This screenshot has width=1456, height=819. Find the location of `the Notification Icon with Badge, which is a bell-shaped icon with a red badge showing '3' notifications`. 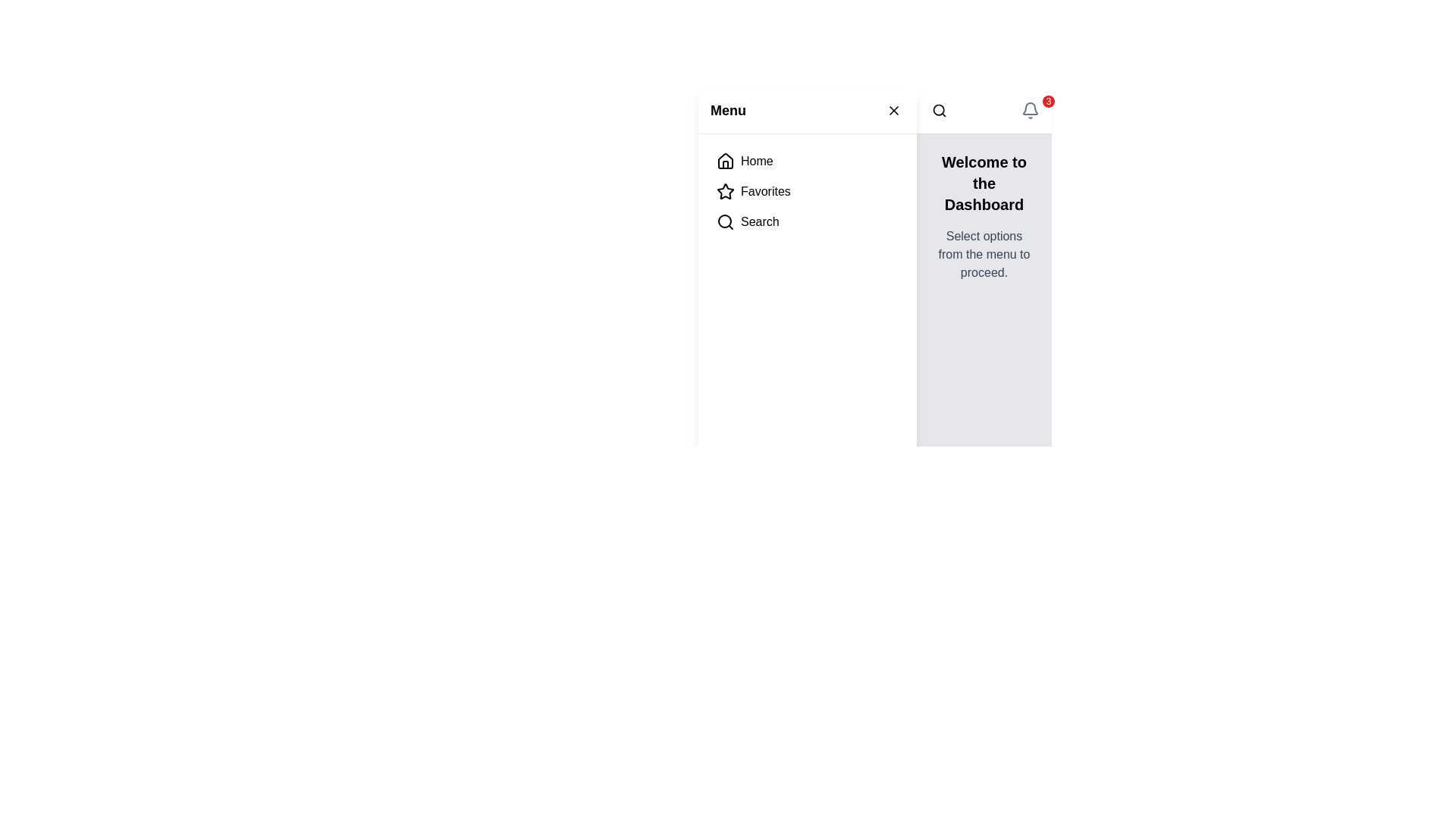

the Notification Icon with Badge, which is a bell-shaped icon with a red badge showing '3' notifications is located at coordinates (1030, 110).